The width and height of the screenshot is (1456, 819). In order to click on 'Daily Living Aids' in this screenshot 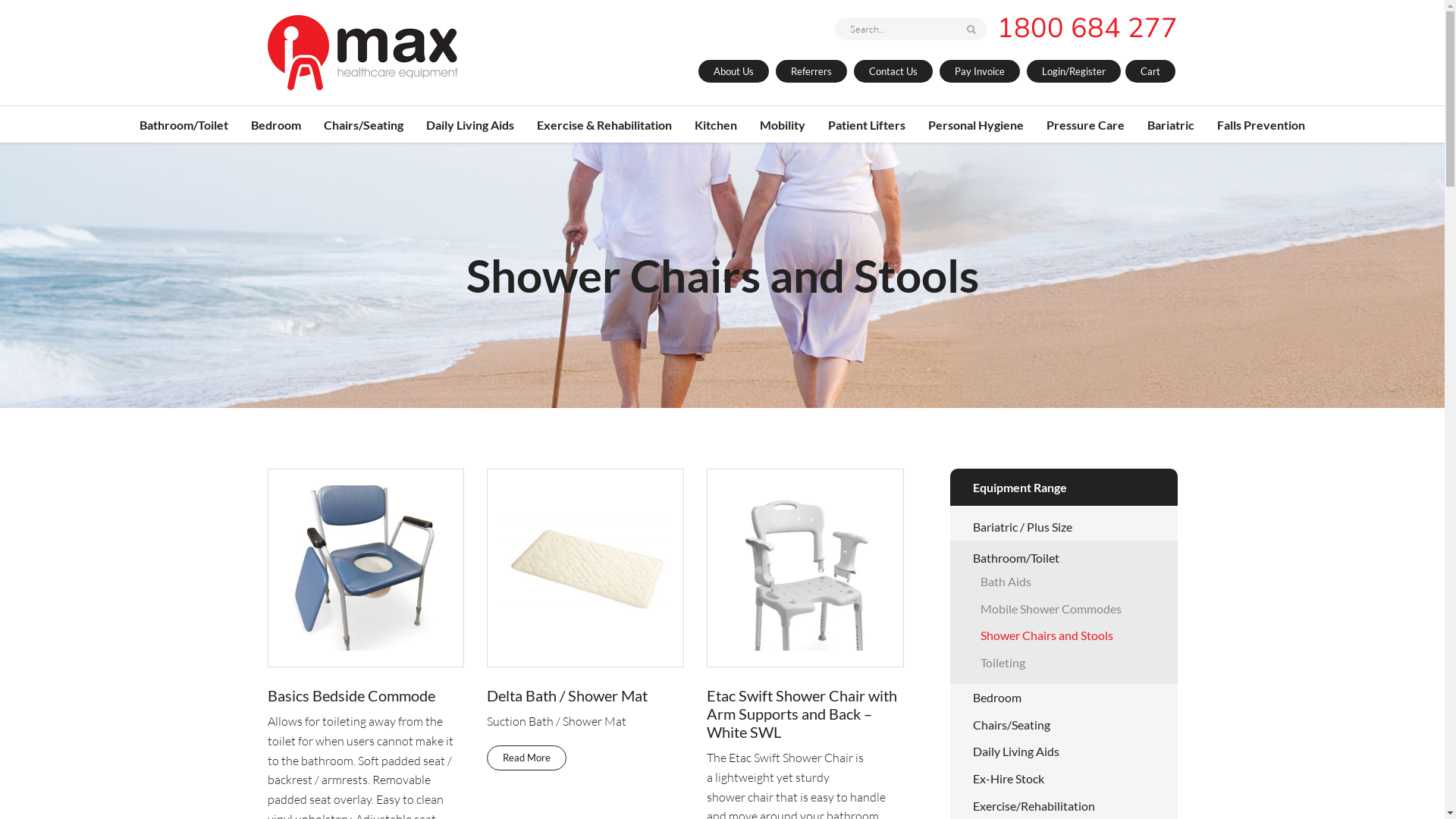, I will do `click(469, 124)`.